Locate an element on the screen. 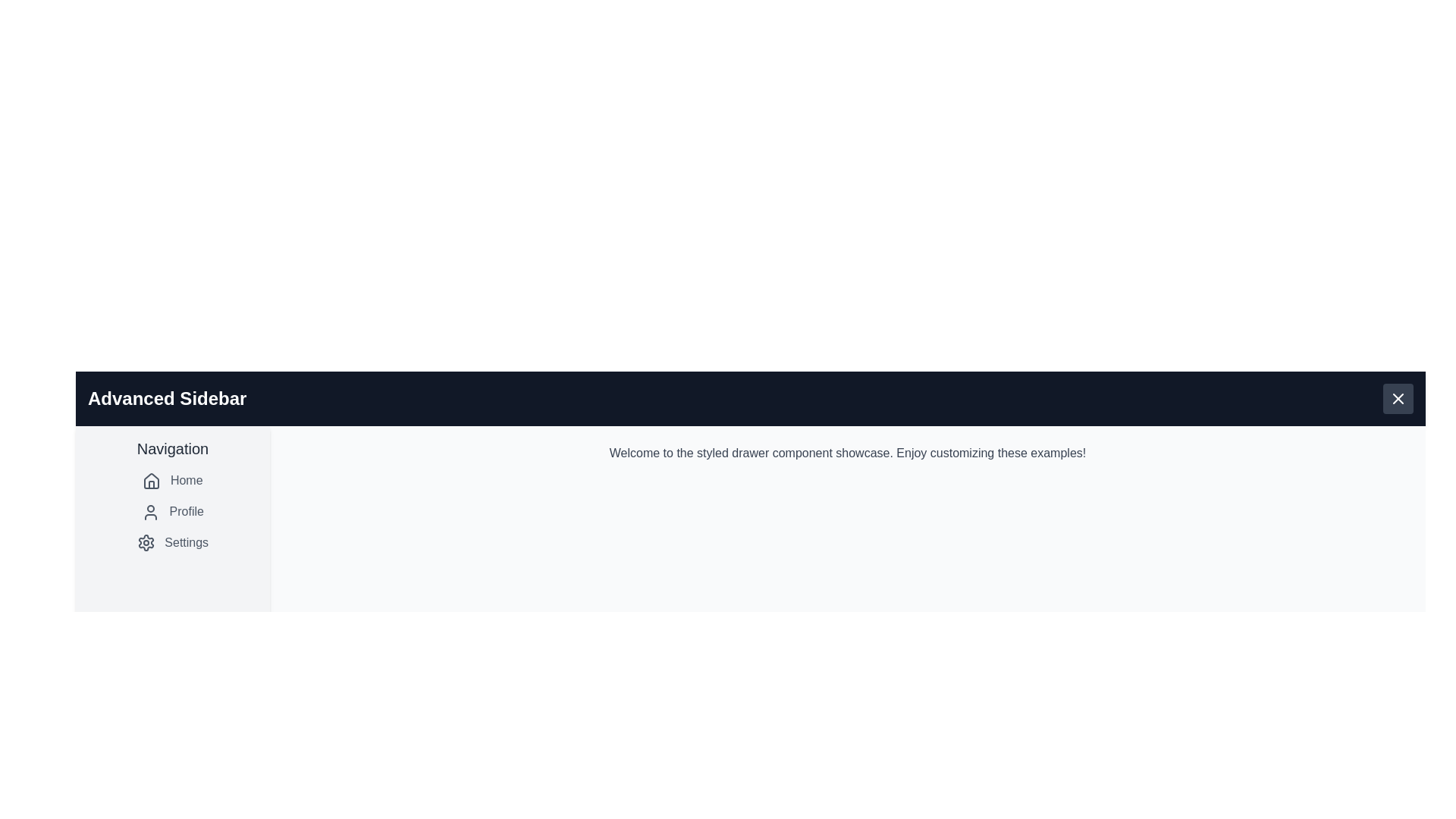  the close button located in the top-right corner of the header section is located at coordinates (1397, 397).